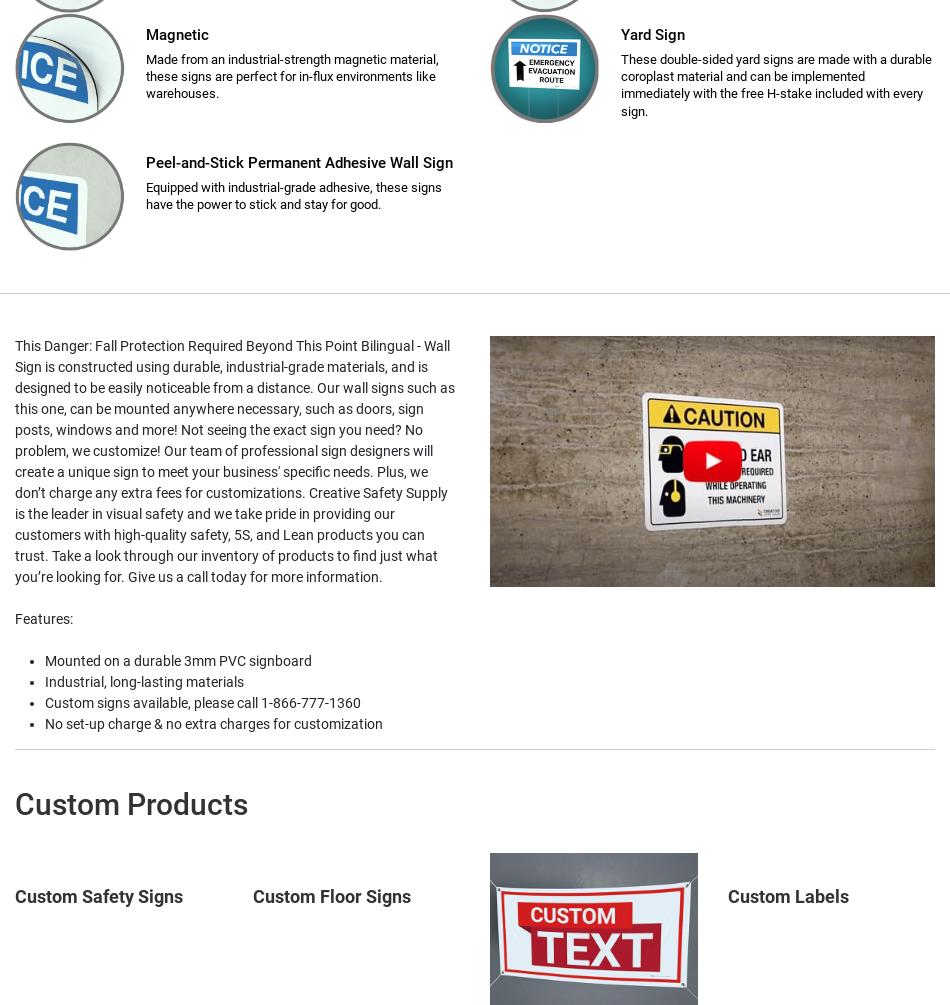 The width and height of the screenshot is (950, 1005). I want to click on 'Yard Sign', so click(653, 33).